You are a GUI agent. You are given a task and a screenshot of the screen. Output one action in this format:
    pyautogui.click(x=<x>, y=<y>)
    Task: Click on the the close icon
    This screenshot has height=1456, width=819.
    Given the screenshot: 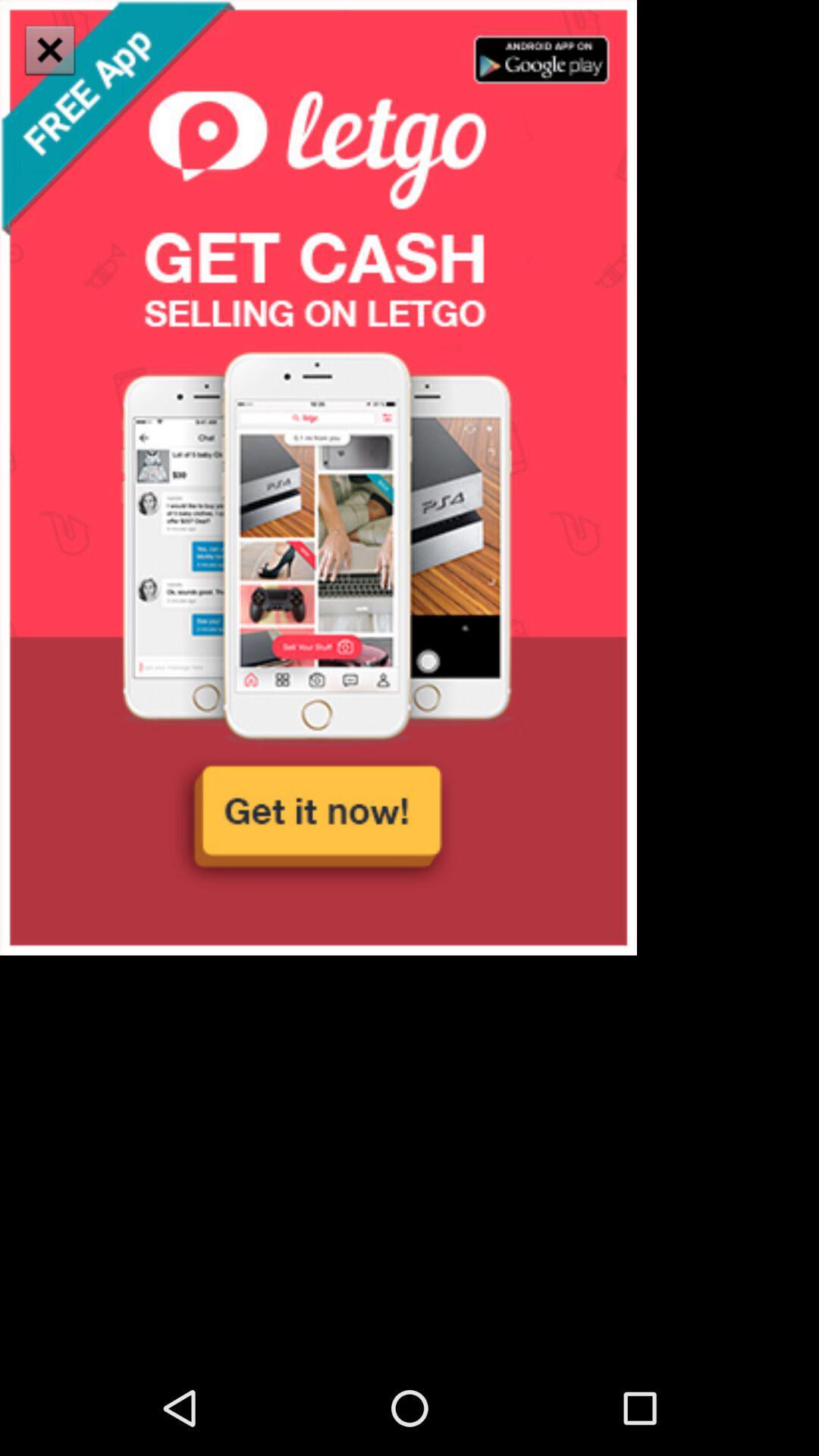 What is the action you would take?
    pyautogui.click(x=49, y=53)
    